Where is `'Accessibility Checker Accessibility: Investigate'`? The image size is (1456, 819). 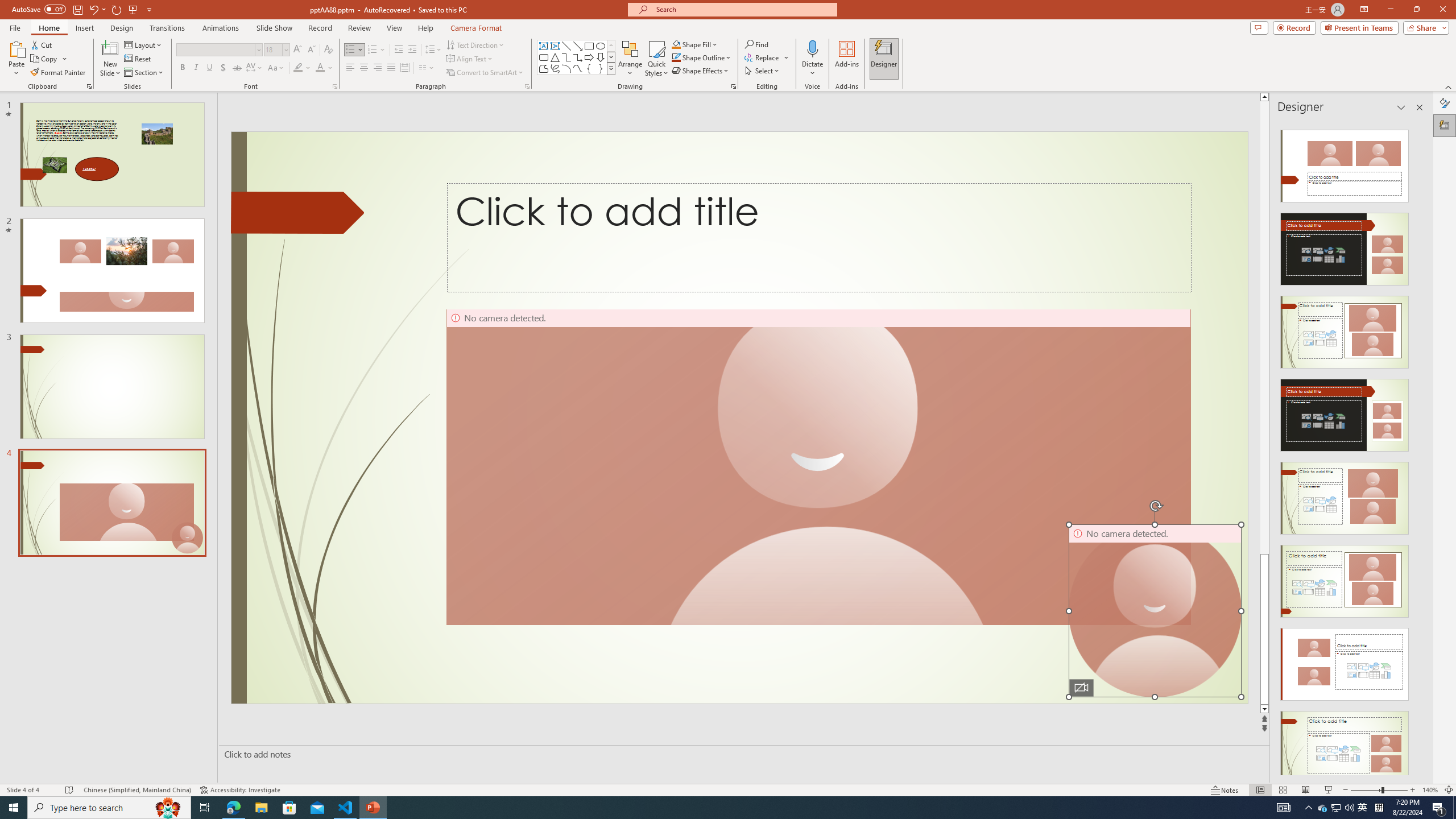
'Accessibility Checker Accessibility: Investigate' is located at coordinates (239, 790).